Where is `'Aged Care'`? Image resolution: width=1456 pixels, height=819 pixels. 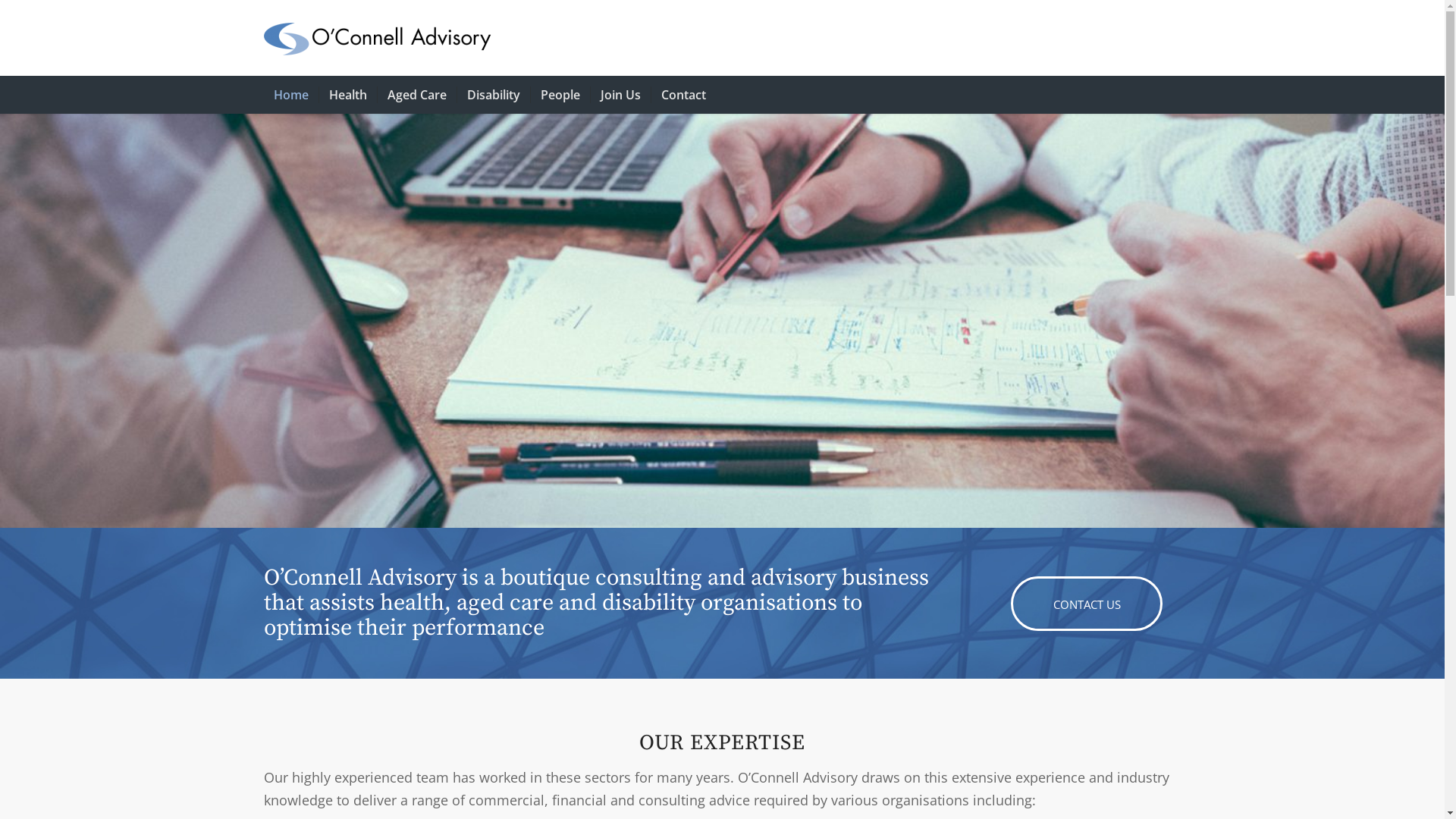
'Aged Care' is located at coordinates (416, 94).